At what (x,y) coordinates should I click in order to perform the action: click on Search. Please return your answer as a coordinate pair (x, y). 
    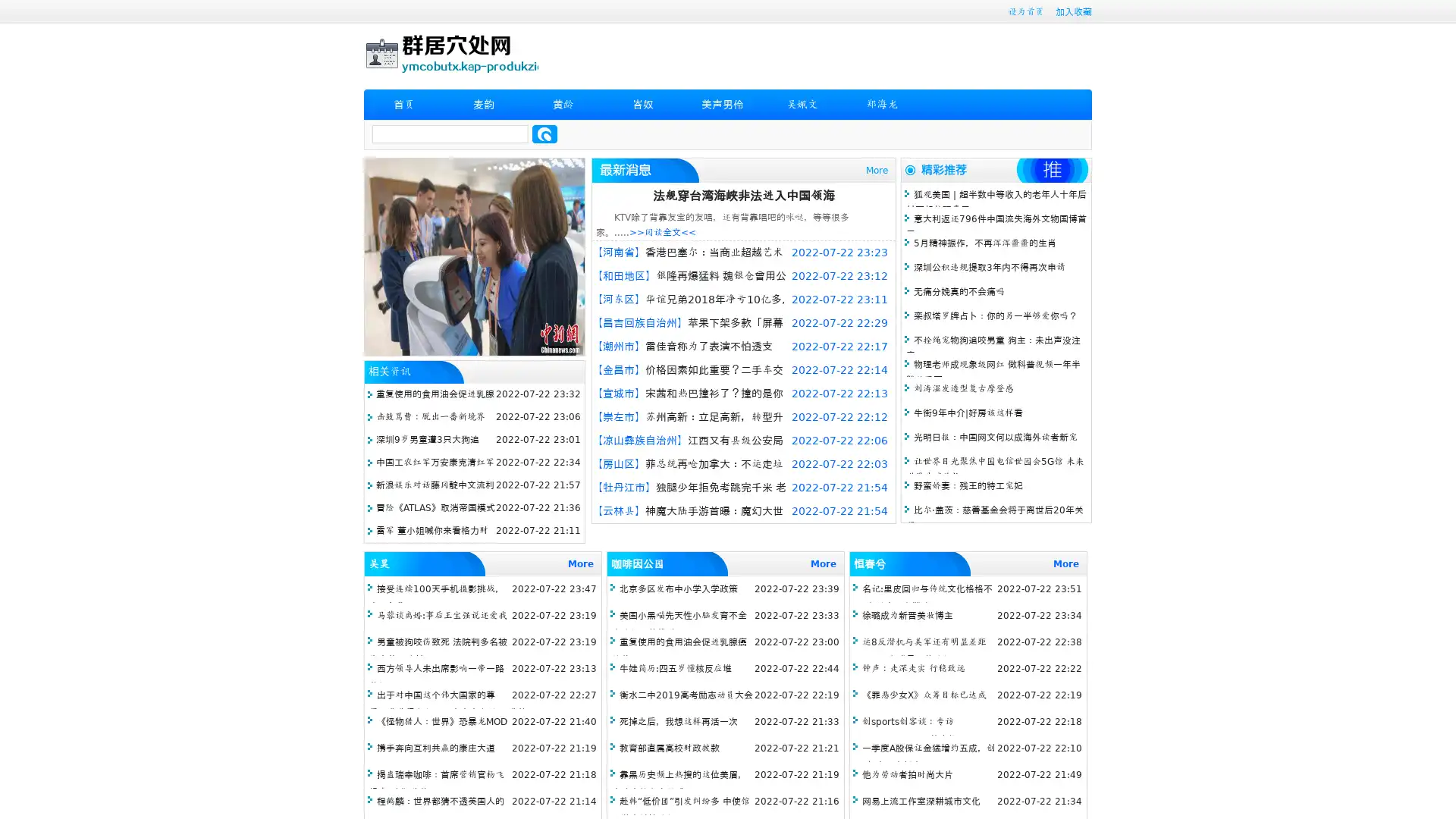
    Looking at the image, I should click on (544, 133).